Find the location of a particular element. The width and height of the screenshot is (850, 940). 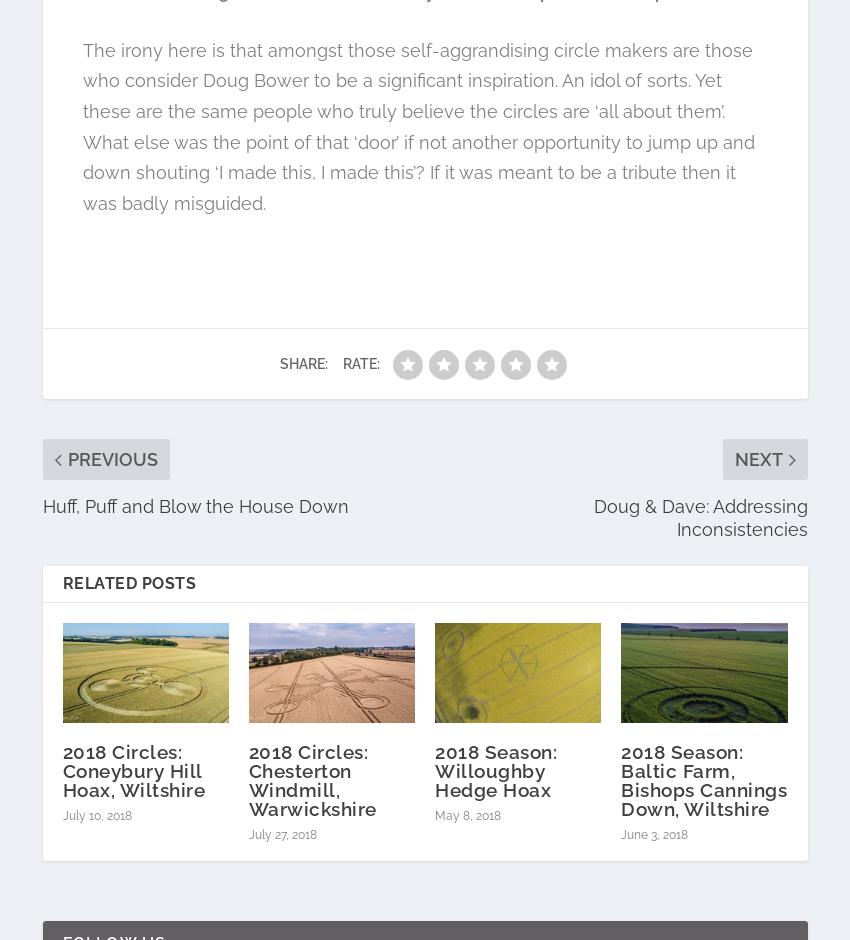

'July 10, 2018' is located at coordinates (95, 814).